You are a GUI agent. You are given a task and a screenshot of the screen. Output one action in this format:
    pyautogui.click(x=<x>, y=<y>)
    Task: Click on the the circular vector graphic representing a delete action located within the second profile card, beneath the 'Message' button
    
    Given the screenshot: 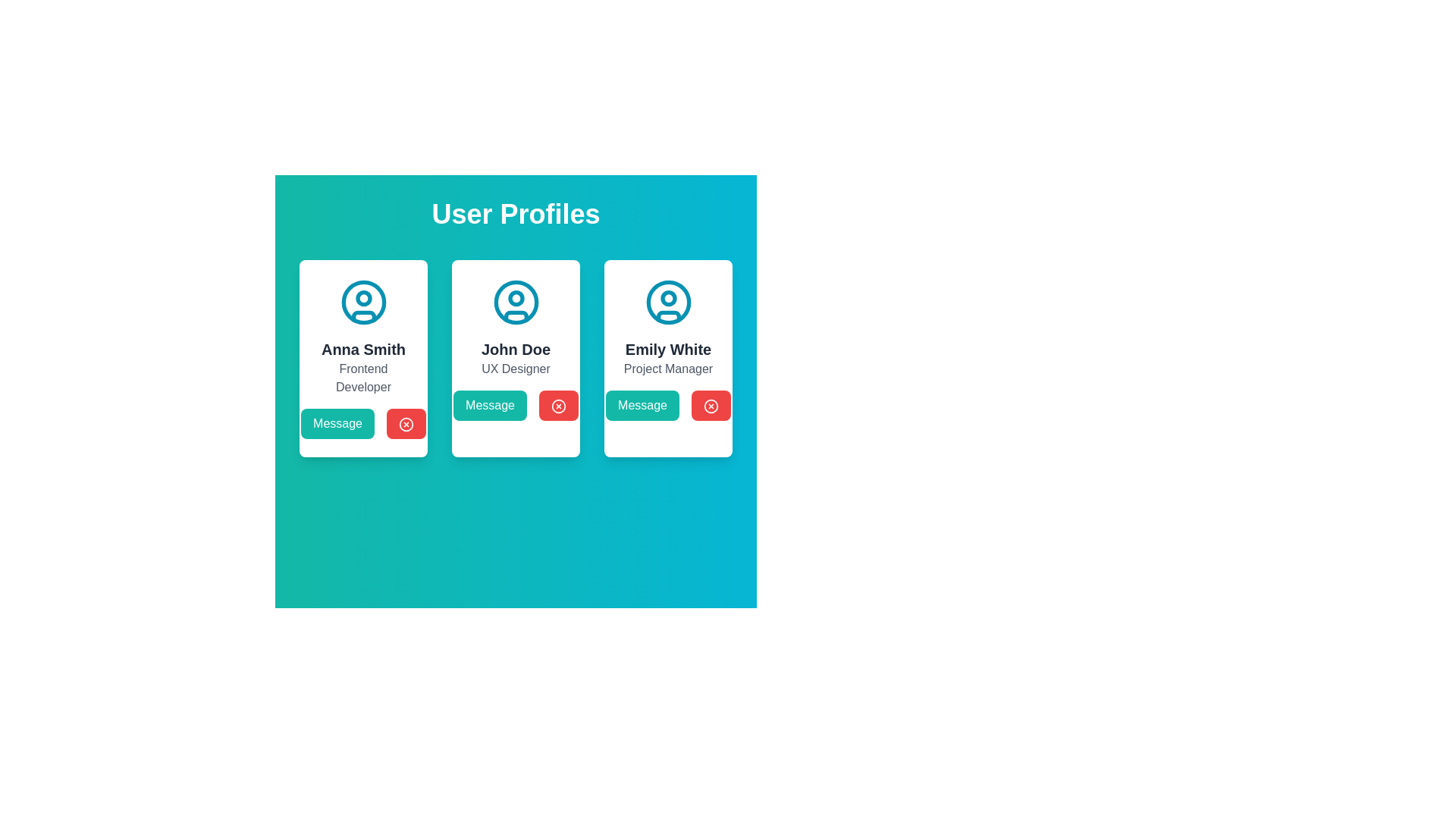 What is the action you would take?
    pyautogui.click(x=406, y=424)
    